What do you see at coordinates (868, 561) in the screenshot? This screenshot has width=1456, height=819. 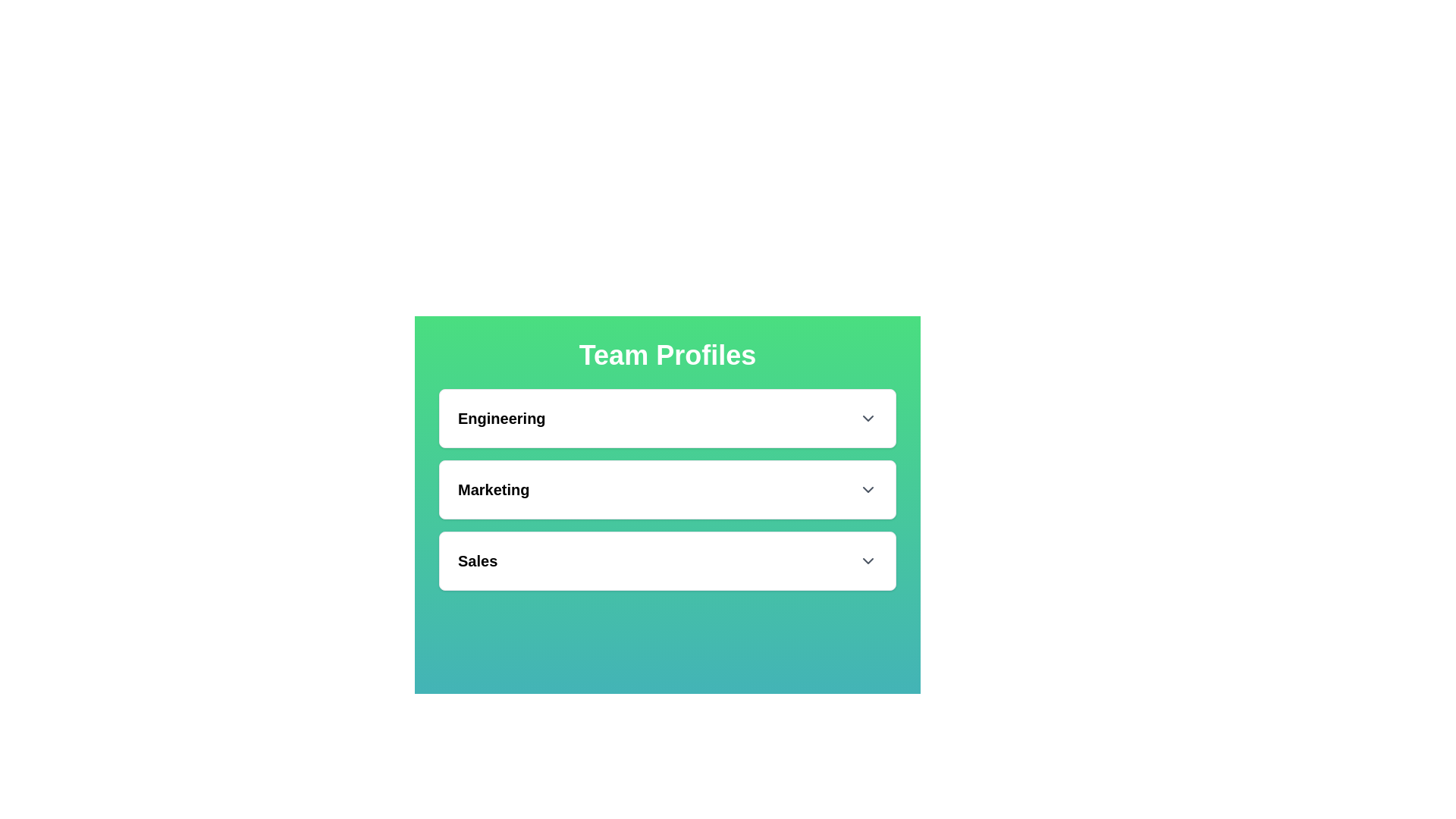 I see `the Dropdown Indicator Icon located at the far right of the 'Sales' row` at bounding box center [868, 561].